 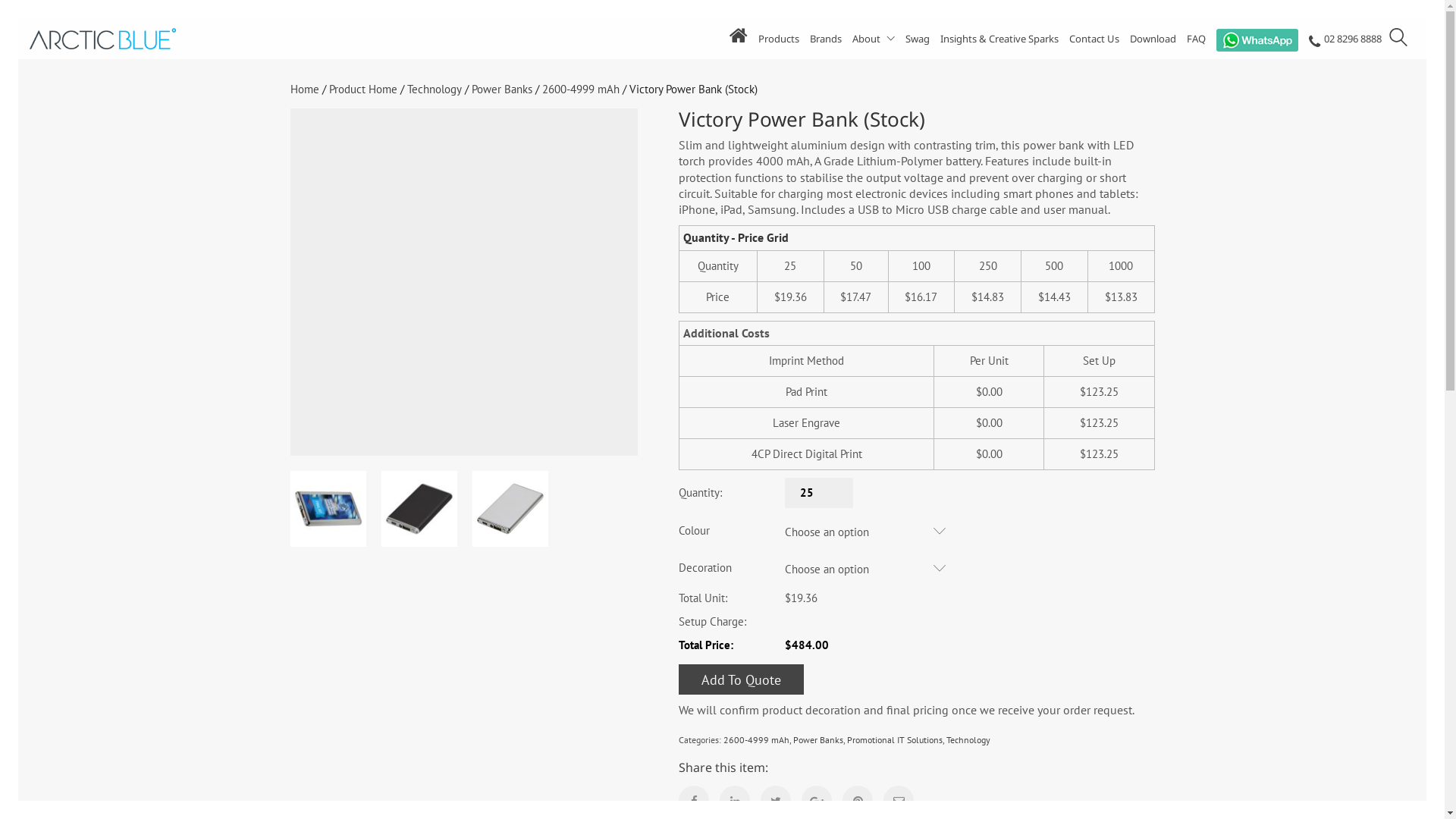 What do you see at coordinates (303, 89) in the screenshot?
I see `'Home'` at bounding box center [303, 89].